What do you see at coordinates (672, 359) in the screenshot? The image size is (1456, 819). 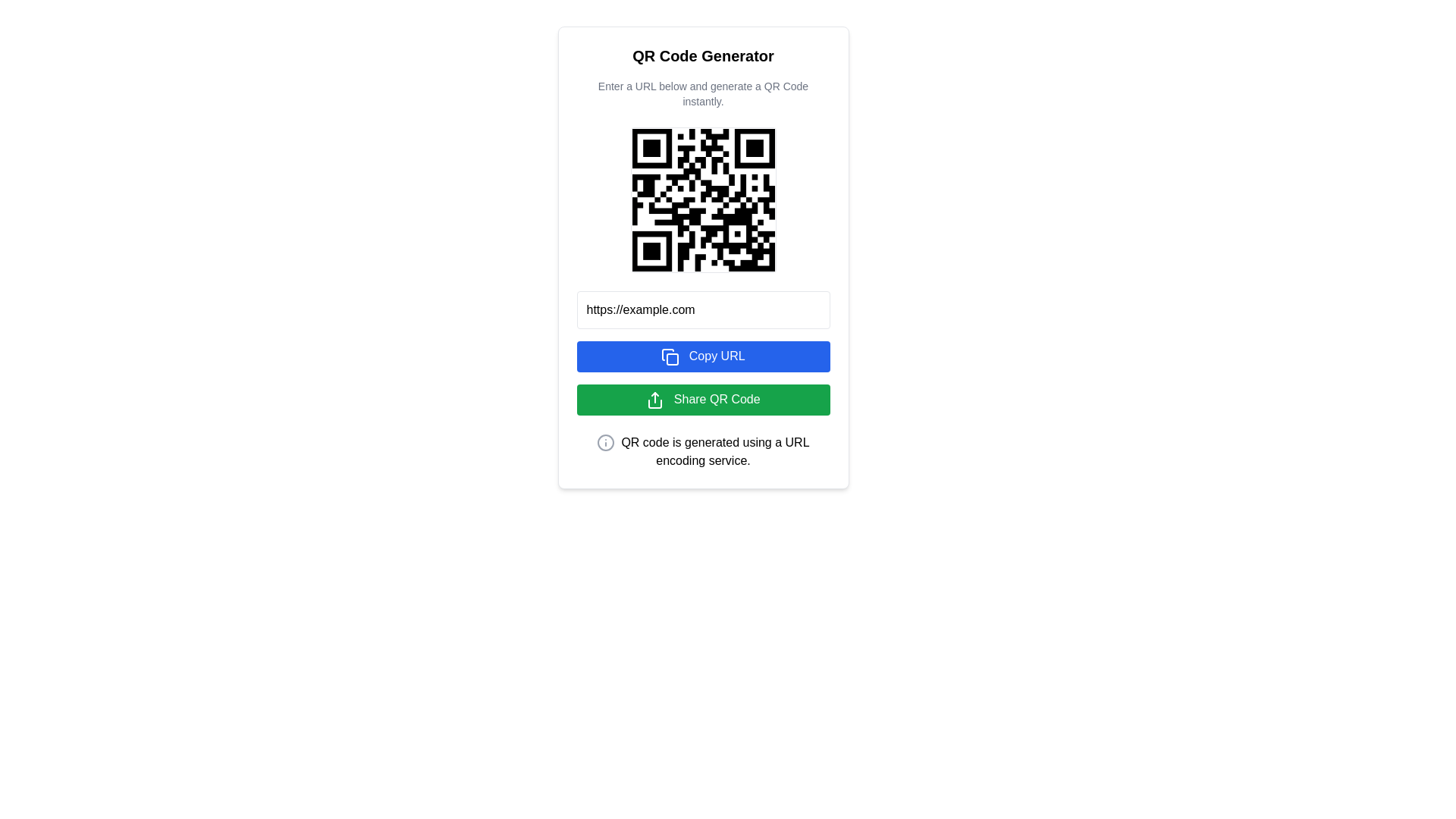 I see `the smaller blue square in the top-right corner of the clipboard icon, which serves as a decorative representation of the copying action` at bounding box center [672, 359].